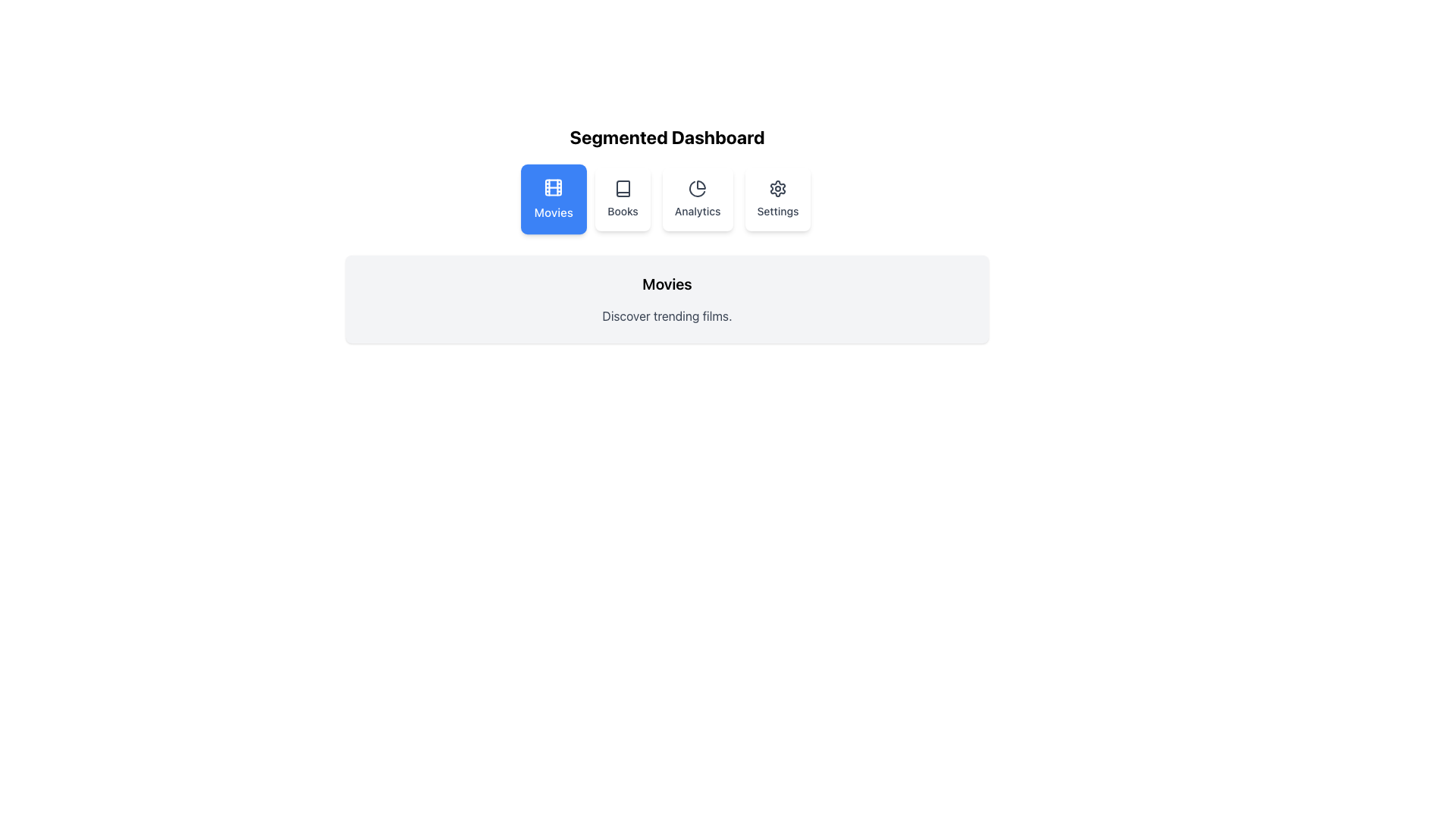 The image size is (1456, 819). I want to click on the informational text label that serves as a title for a section related to movies, positioned above the secondary text line 'Discover trending films.', so click(667, 284).